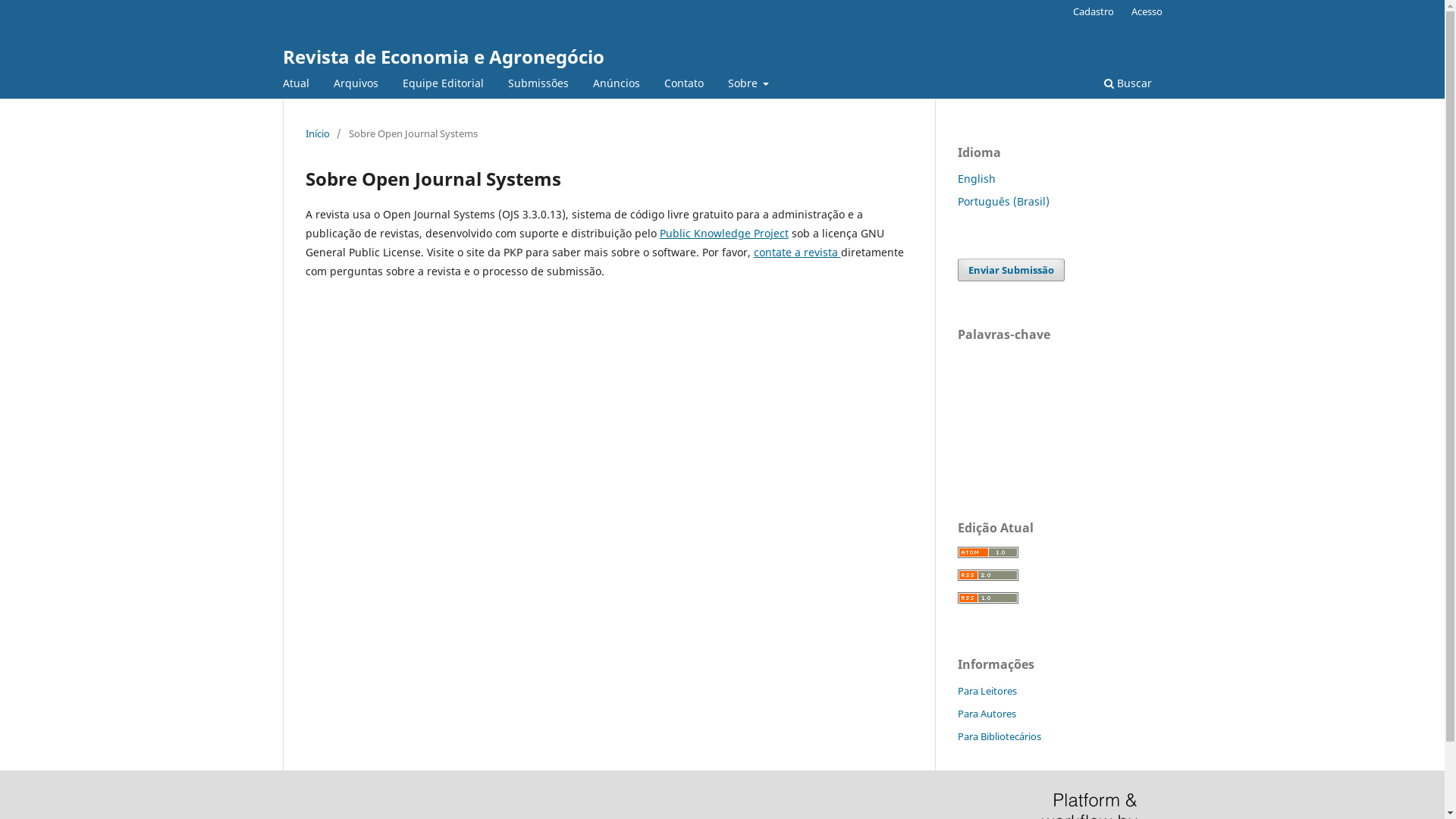 The width and height of the screenshot is (1456, 819). Describe the element at coordinates (723, 233) in the screenshot. I see `'Public Knowledge Project'` at that location.